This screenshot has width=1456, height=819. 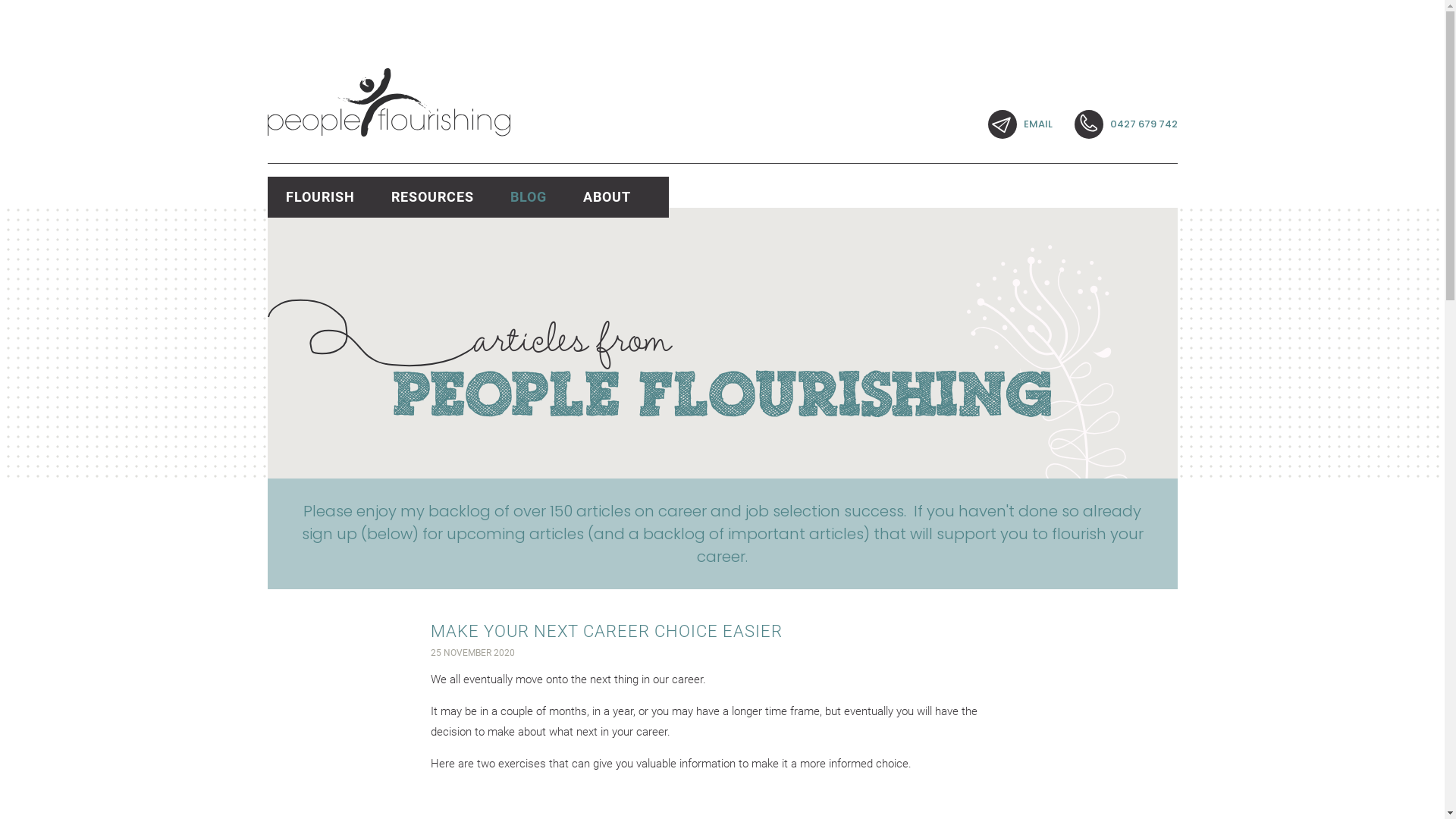 What do you see at coordinates (1019, 124) in the screenshot?
I see `'EMAIL'` at bounding box center [1019, 124].